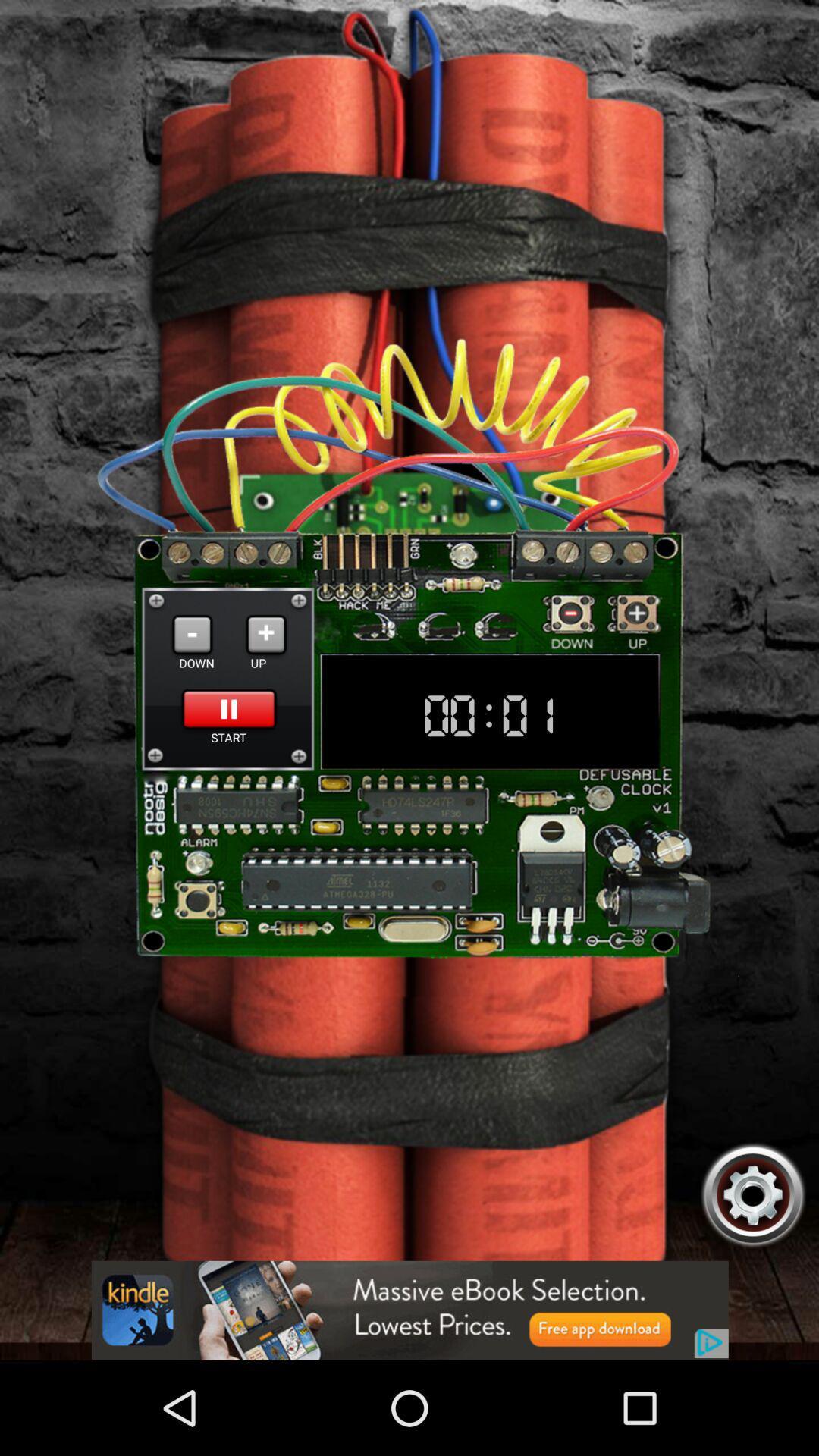 This screenshot has height=1456, width=819. I want to click on the add icon, so click(265, 682).